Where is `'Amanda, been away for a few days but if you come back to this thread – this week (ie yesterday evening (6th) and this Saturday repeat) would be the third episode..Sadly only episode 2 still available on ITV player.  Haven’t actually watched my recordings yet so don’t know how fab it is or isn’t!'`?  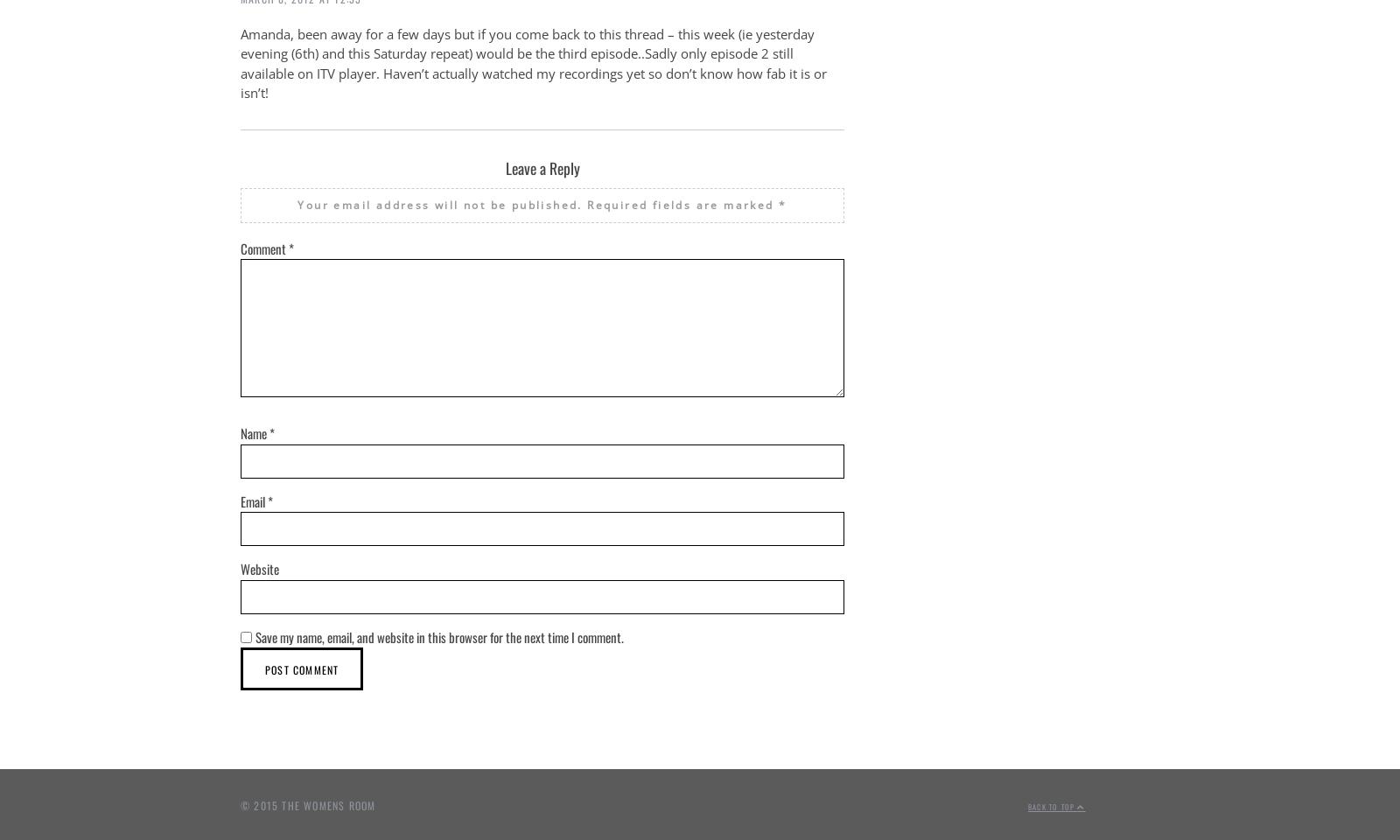 'Amanda, been away for a few days but if you come back to this thread – this week (ie yesterday evening (6th) and this Saturday repeat) would be the third episode..Sadly only episode 2 still available on ITV player.  Haven’t actually watched my recordings yet so don’t know how fab it is or isn’t!' is located at coordinates (533, 63).